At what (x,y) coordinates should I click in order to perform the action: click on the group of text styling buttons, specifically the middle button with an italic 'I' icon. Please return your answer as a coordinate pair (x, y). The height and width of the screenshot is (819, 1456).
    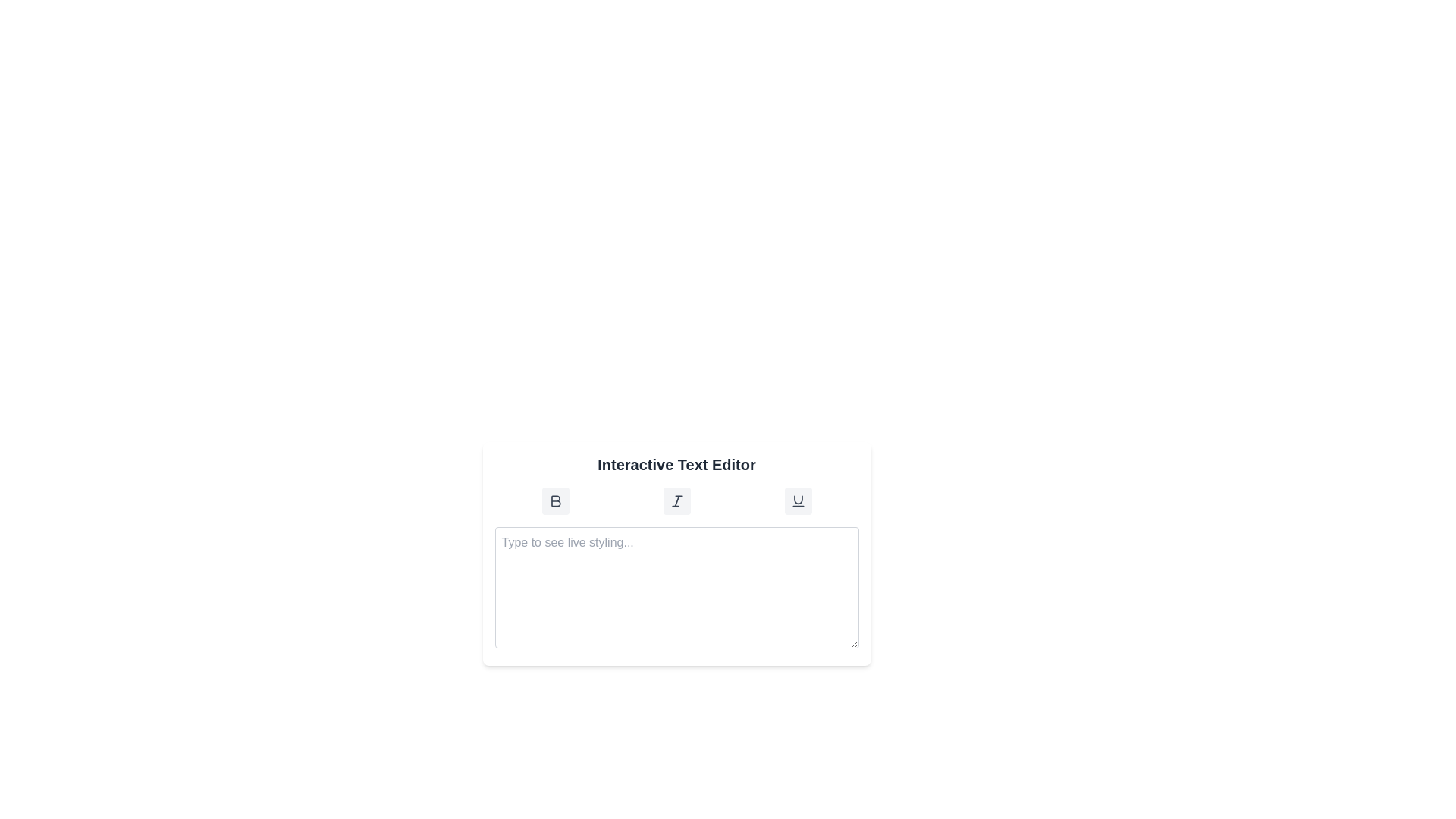
    Looking at the image, I should click on (676, 500).